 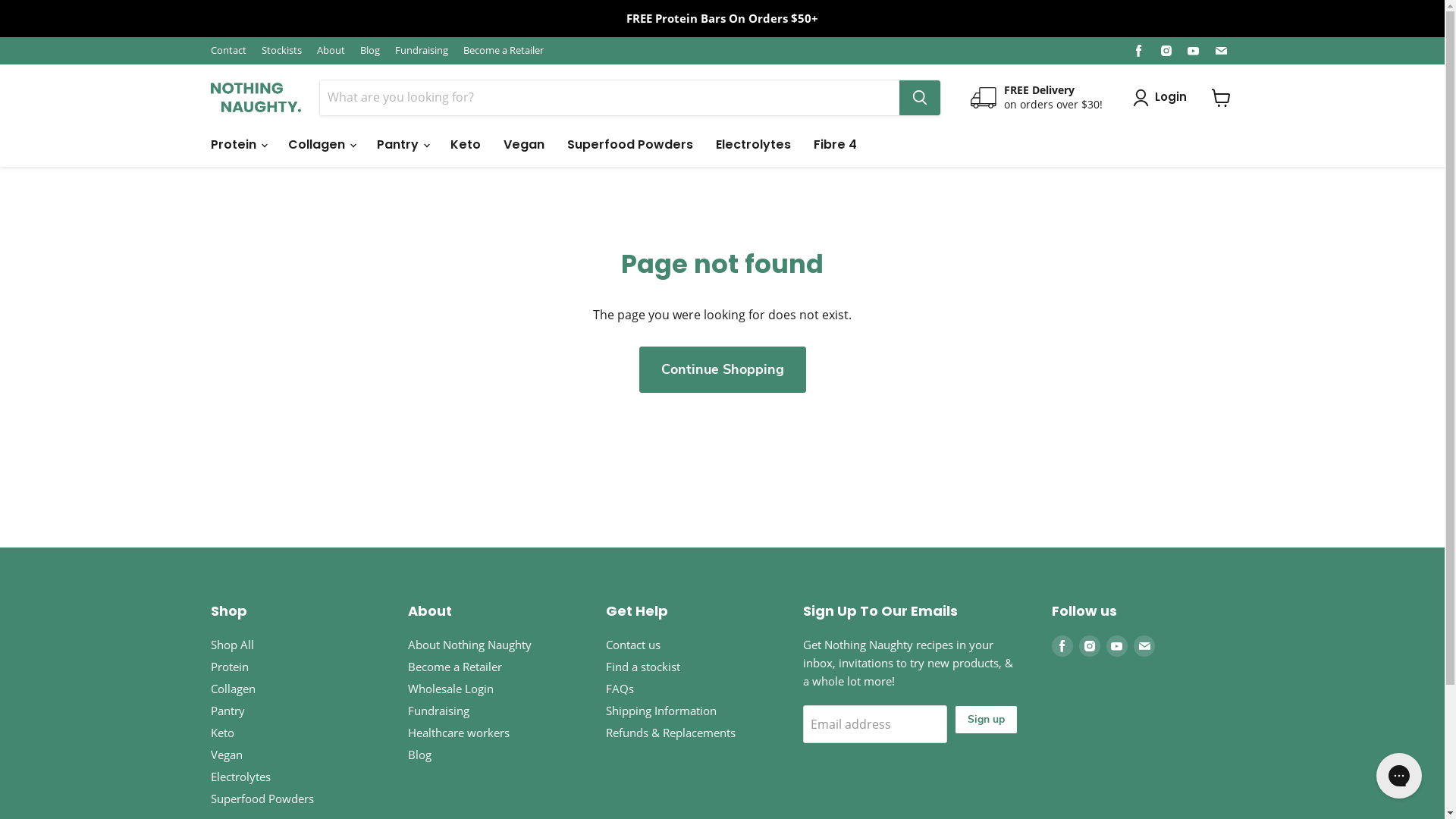 What do you see at coordinates (801, 145) in the screenshot?
I see `'Fibre 4'` at bounding box center [801, 145].